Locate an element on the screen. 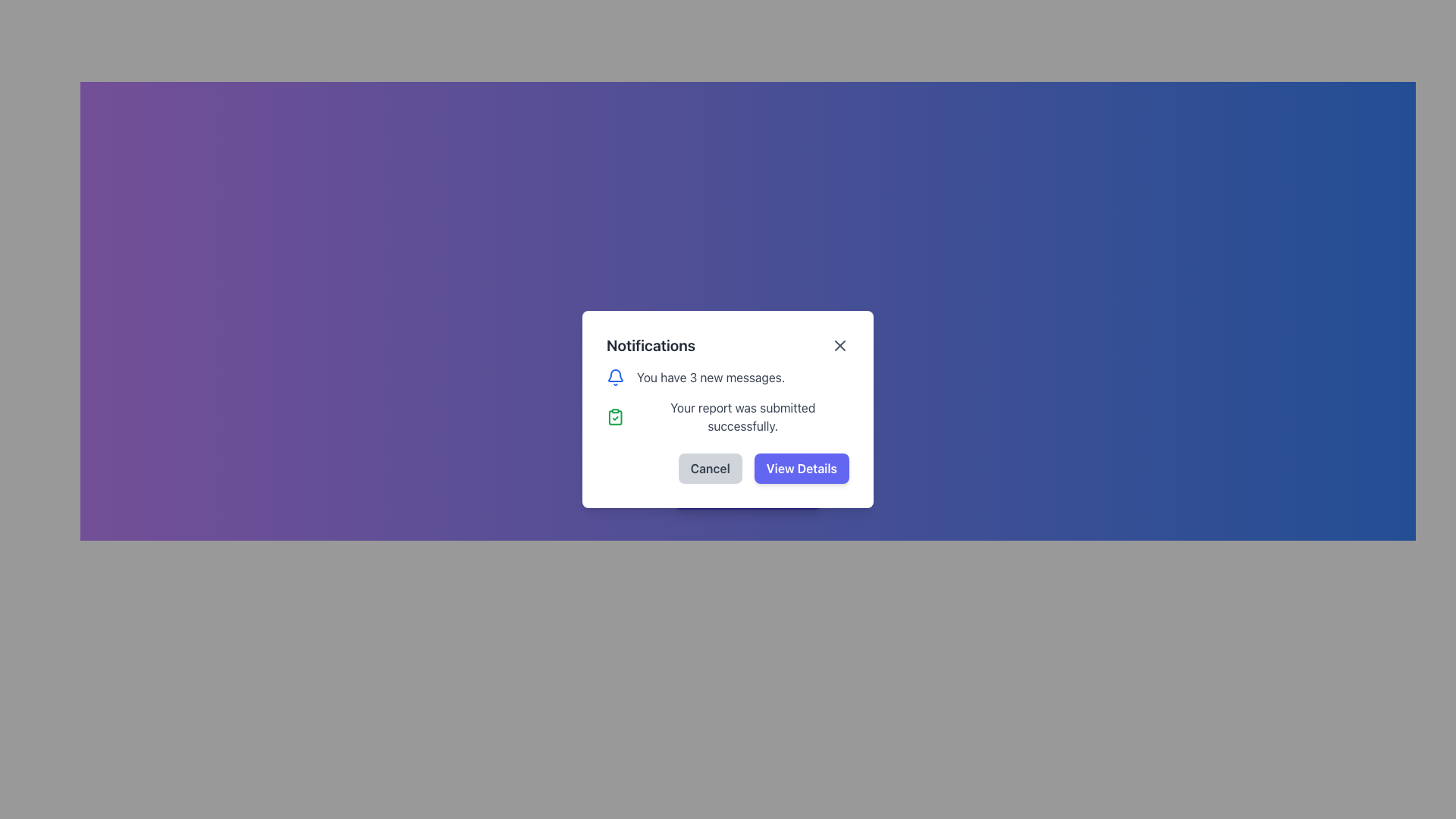 This screenshot has width=1456, height=819. the button located in the central lower section of the notification panel is located at coordinates (748, 491).